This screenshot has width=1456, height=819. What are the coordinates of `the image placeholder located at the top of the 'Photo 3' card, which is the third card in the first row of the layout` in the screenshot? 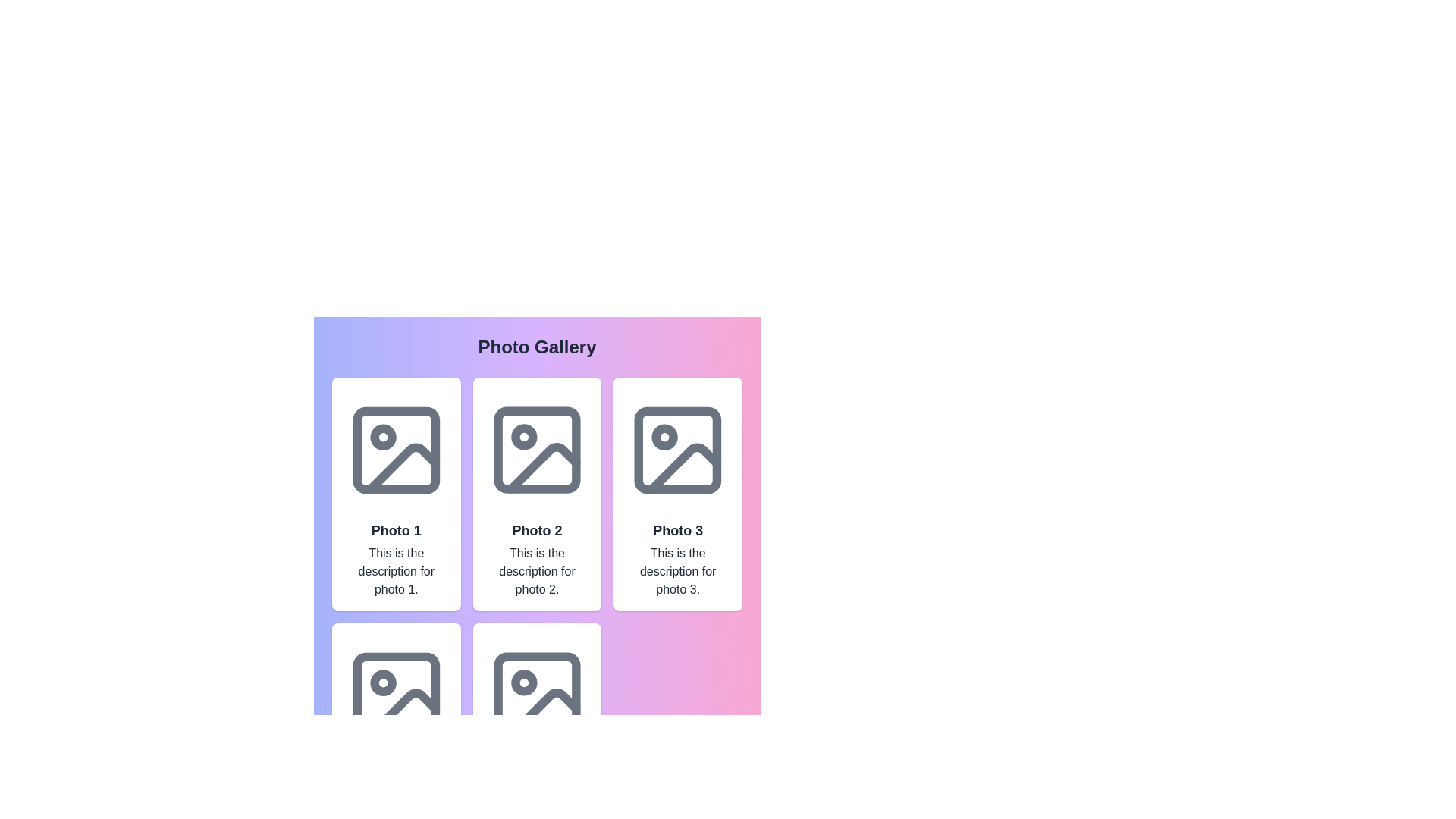 It's located at (677, 450).